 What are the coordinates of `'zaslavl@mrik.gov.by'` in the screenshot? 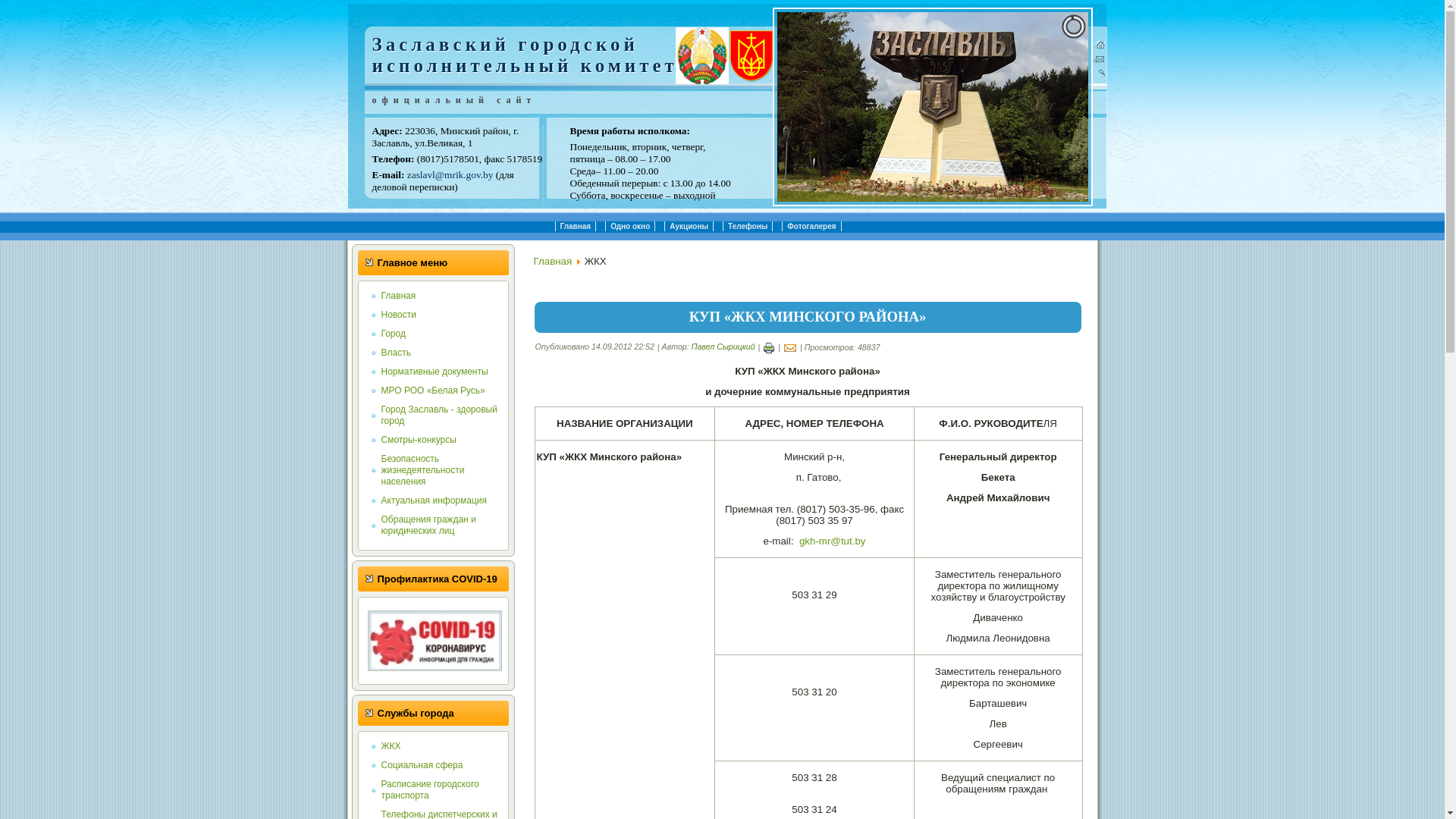 It's located at (450, 174).